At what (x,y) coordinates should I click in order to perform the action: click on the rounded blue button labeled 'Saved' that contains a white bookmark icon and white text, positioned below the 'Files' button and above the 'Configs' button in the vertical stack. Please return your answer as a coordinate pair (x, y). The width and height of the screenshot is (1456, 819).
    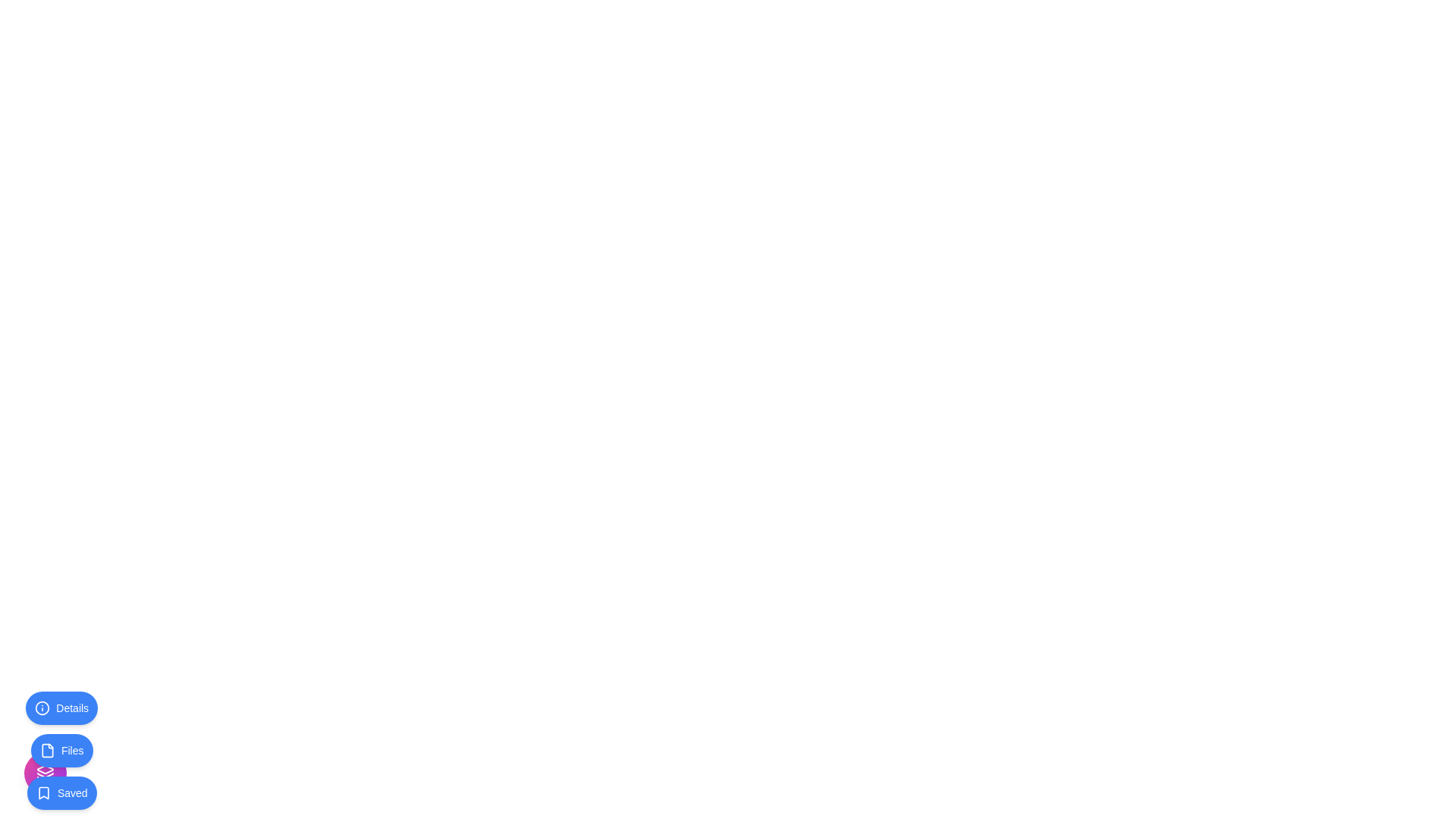
    Looking at the image, I should click on (61, 792).